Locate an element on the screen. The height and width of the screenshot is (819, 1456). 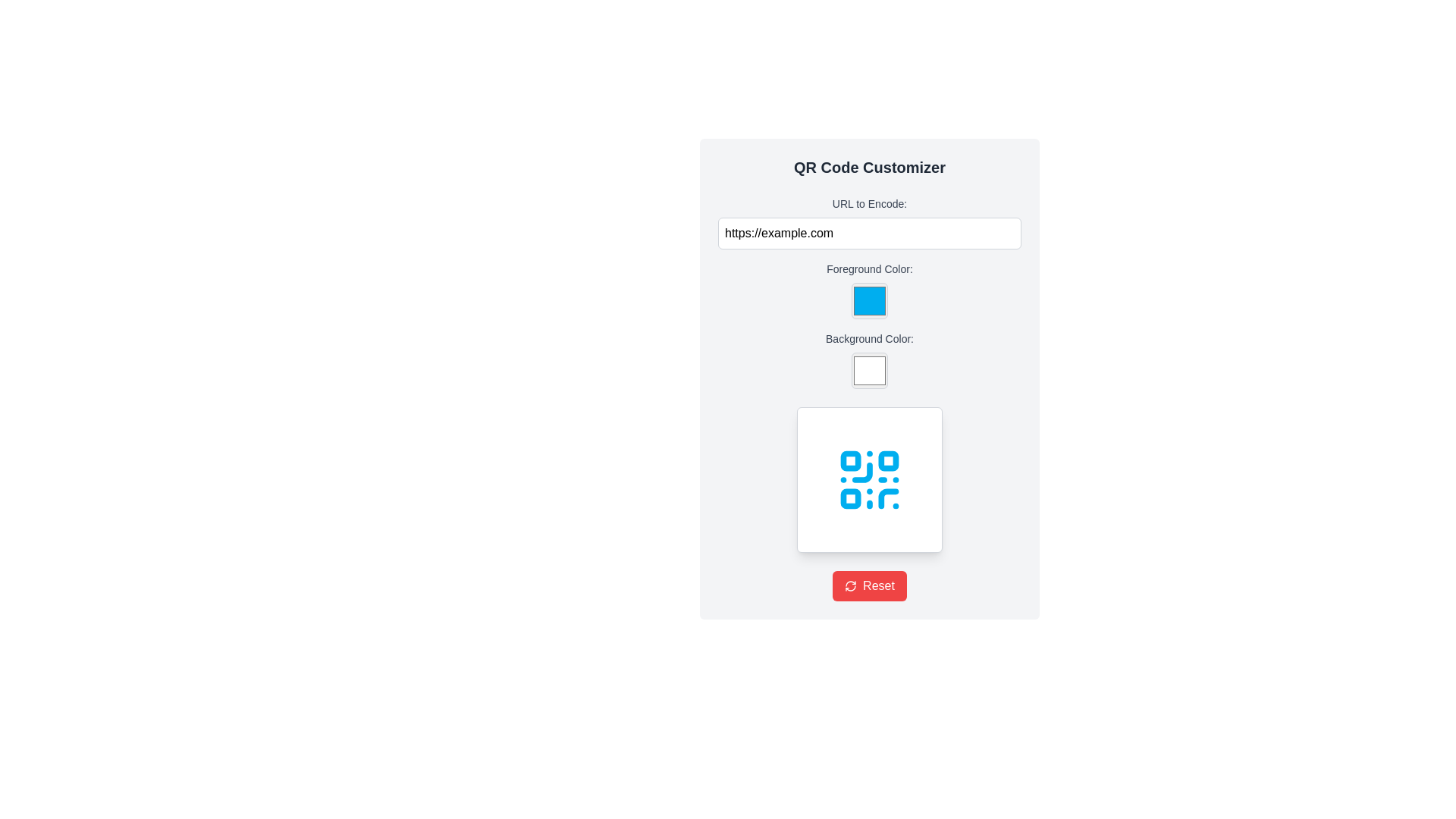
the Color input box with rounded corners and a light gray border is located at coordinates (870, 301).